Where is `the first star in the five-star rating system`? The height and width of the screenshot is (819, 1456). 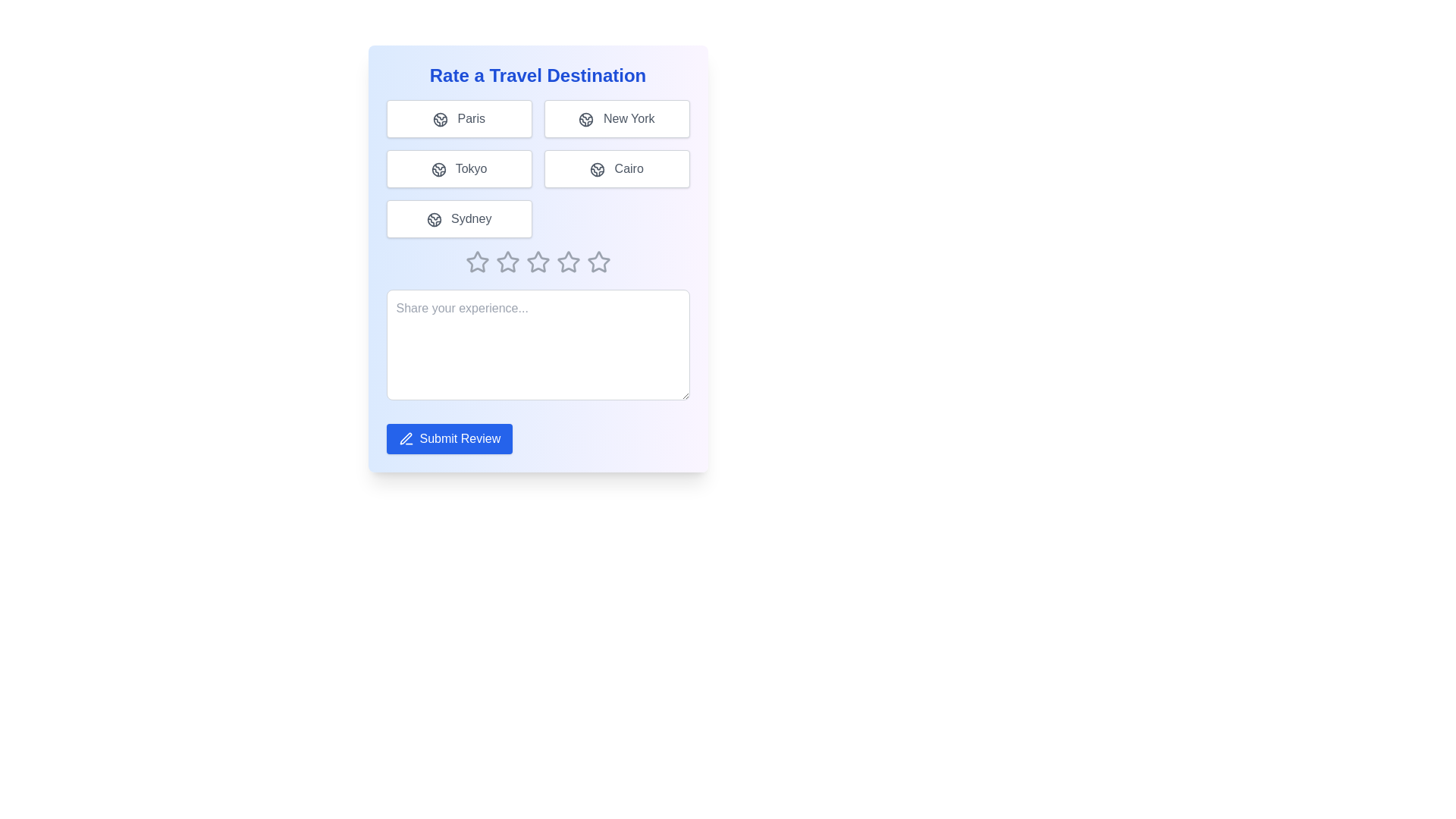
the first star in the five-star rating system is located at coordinates (476, 261).